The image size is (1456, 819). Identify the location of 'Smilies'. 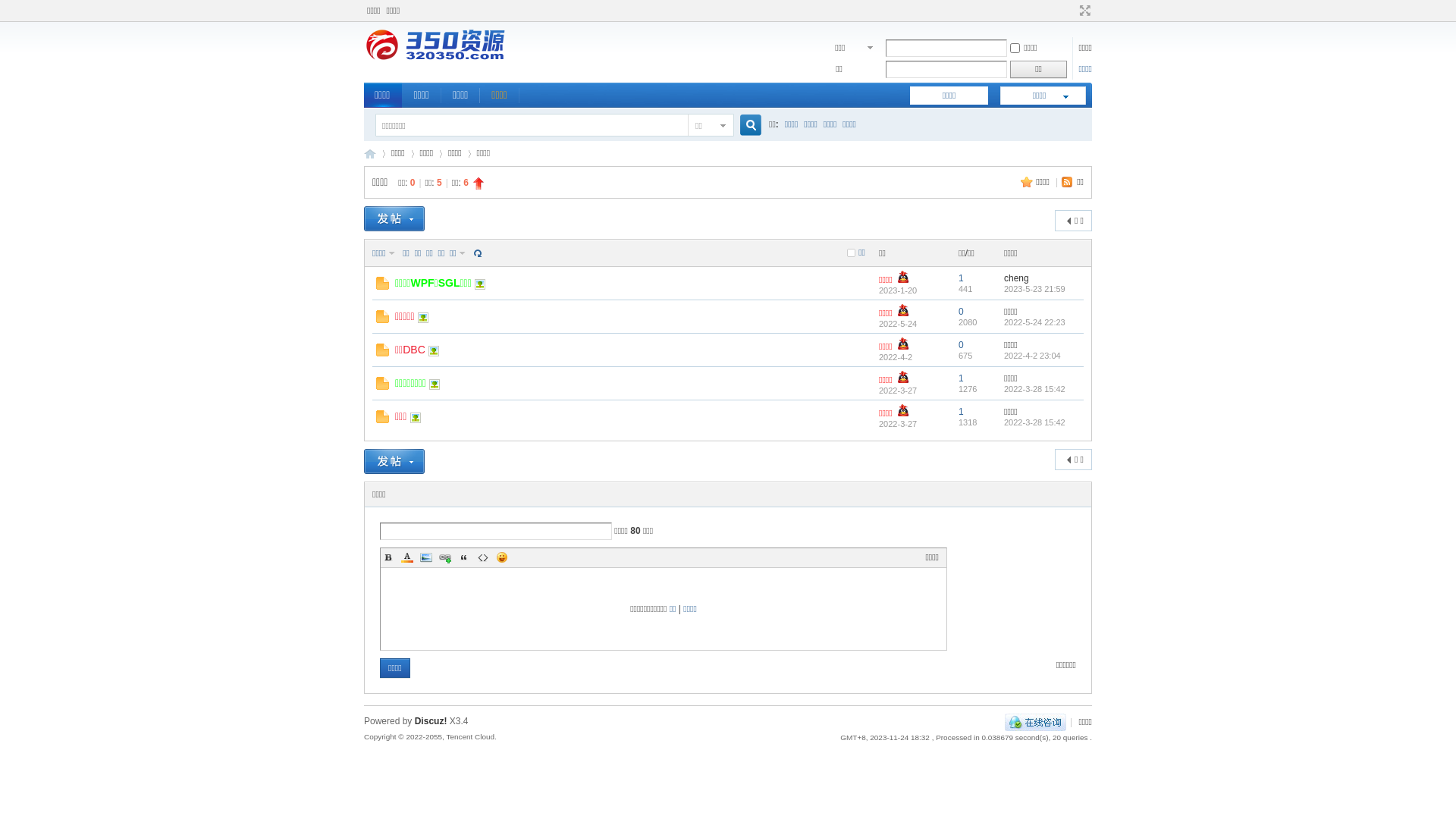
(502, 557).